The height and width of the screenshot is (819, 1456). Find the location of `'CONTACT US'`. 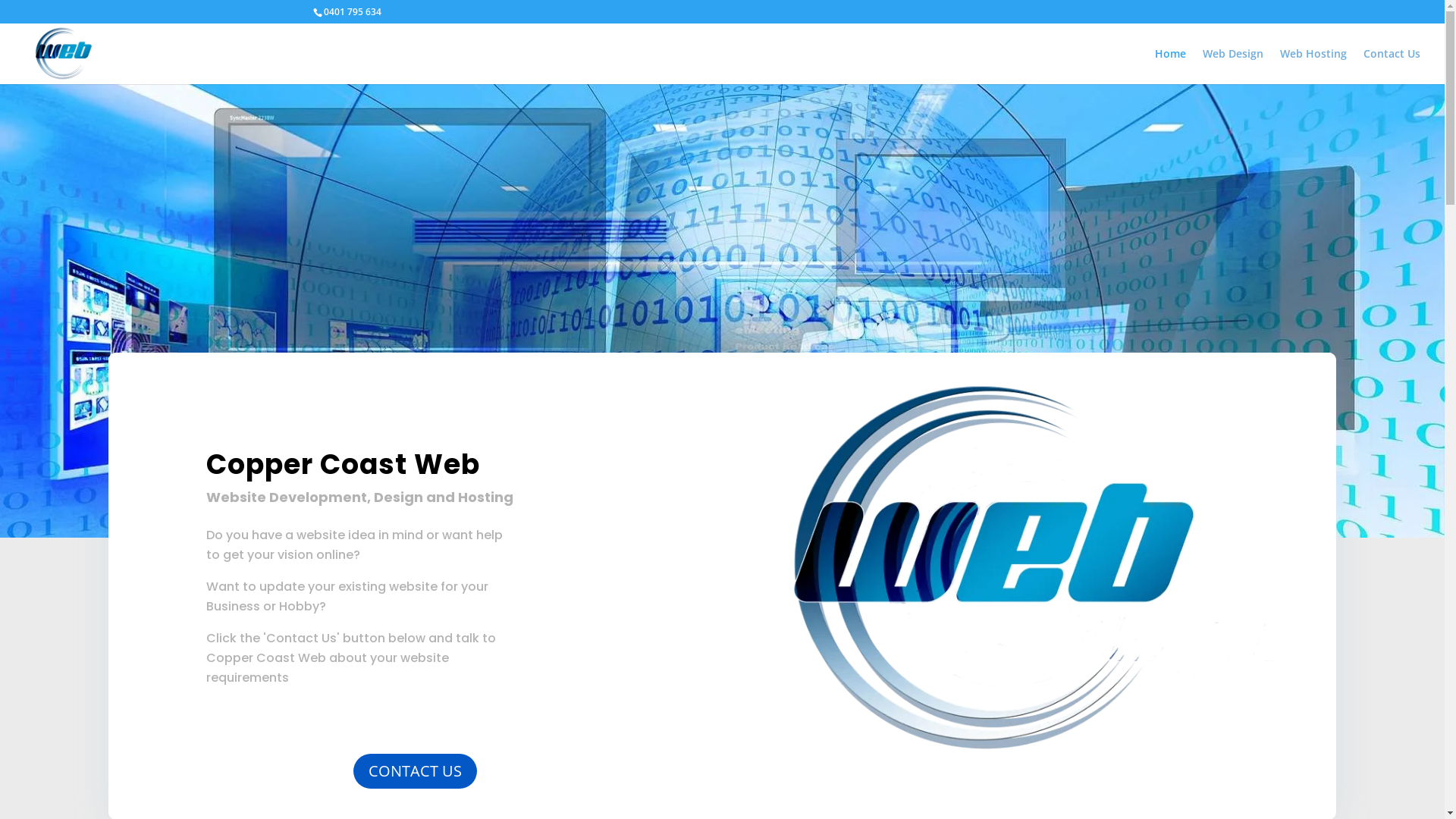

'CONTACT US' is located at coordinates (352, 771).